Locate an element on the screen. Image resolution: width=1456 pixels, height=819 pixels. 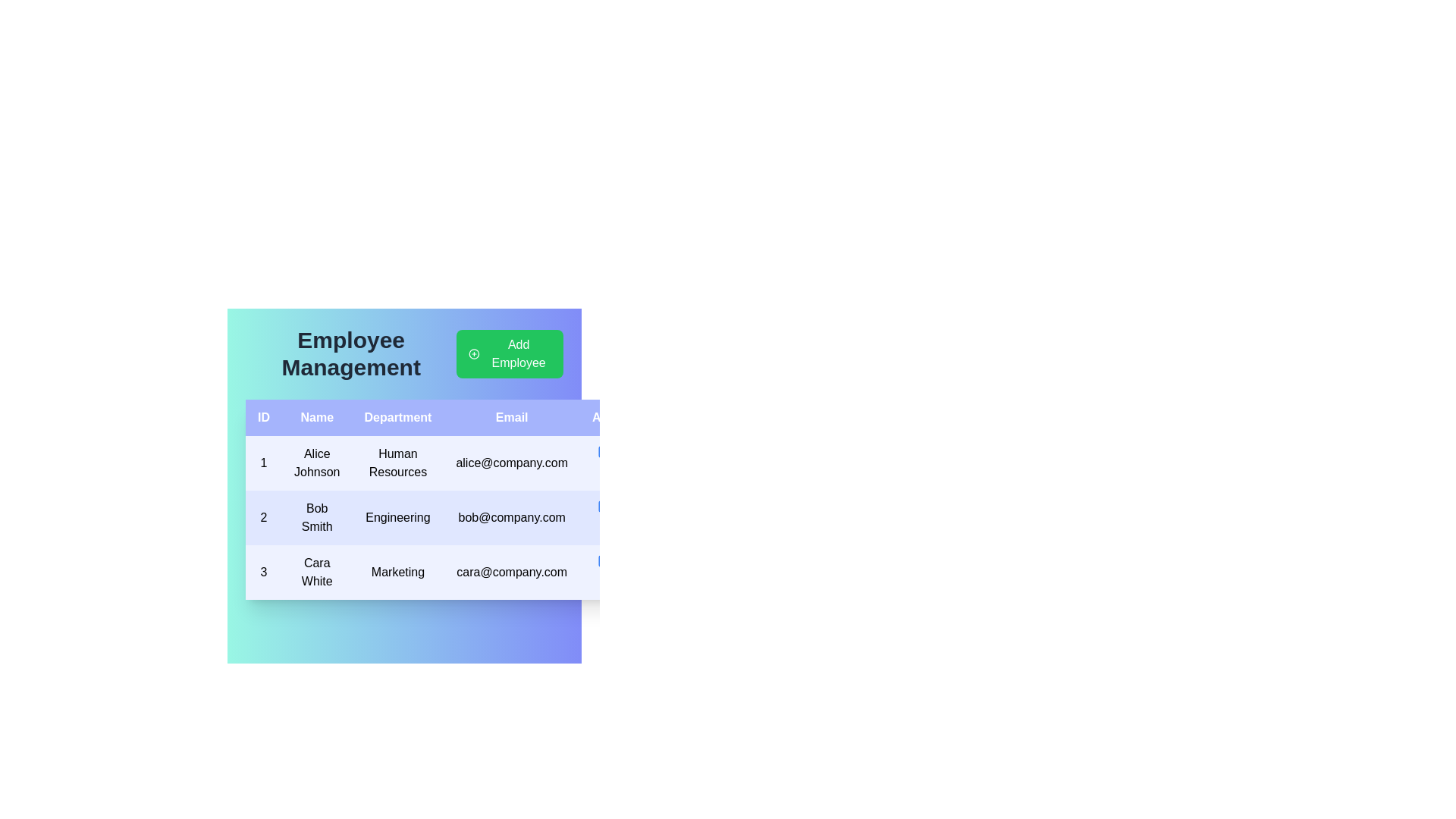
the circular icon with a plus sign located to the left of the 'Add Employee' text within the green button is located at coordinates (473, 353).